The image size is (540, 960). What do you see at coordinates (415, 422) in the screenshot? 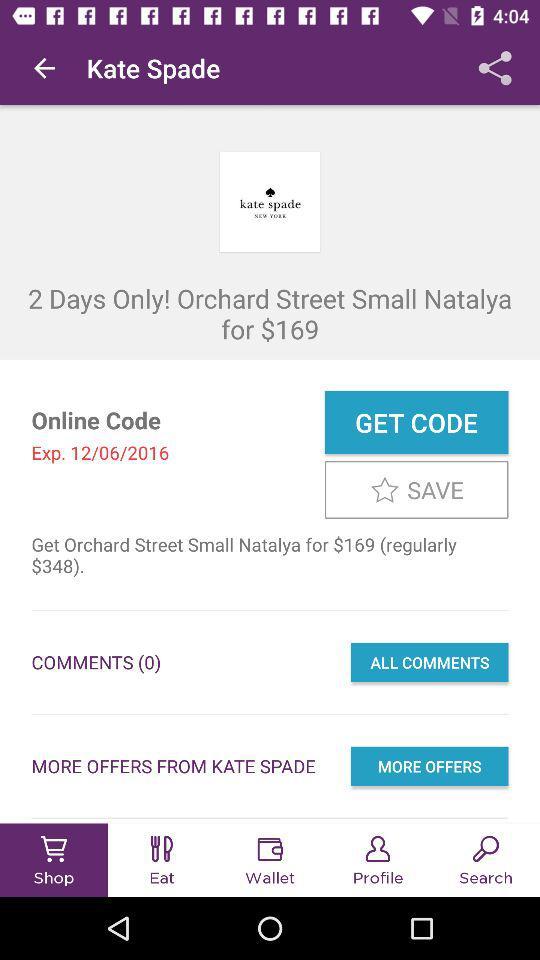
I see `the item next to the online code` at bounding box center [415, 422].